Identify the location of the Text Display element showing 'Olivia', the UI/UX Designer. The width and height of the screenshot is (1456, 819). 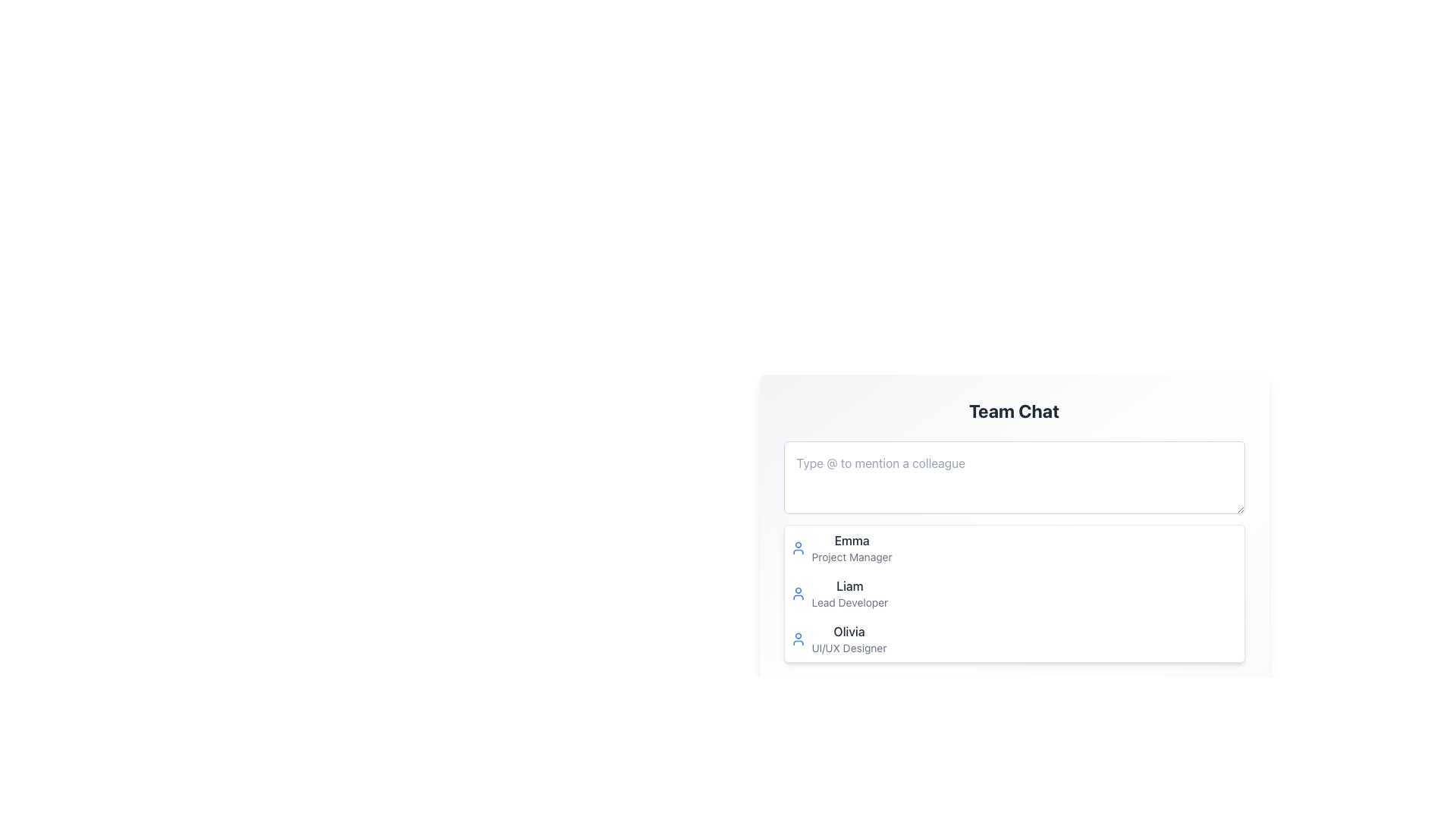
(848, 639).